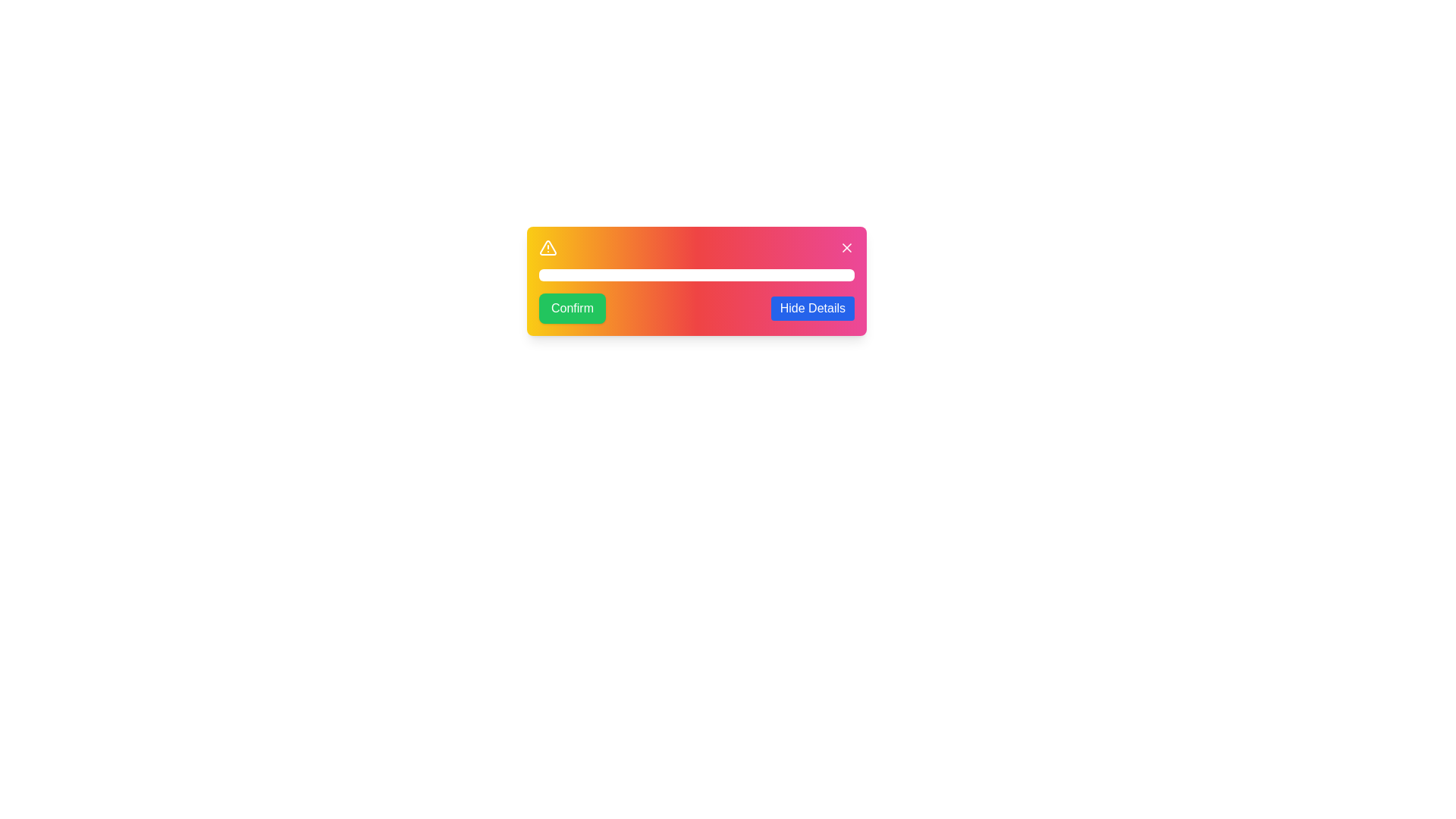 This screenshot has width=1456, height=819. What do you see at coordinates (846, 247) in the screenshot?
I see `the close icon (SVG 'x') located at the top-right corner of the gradient-colored rectangular bar` at bounding box center [846, 247].